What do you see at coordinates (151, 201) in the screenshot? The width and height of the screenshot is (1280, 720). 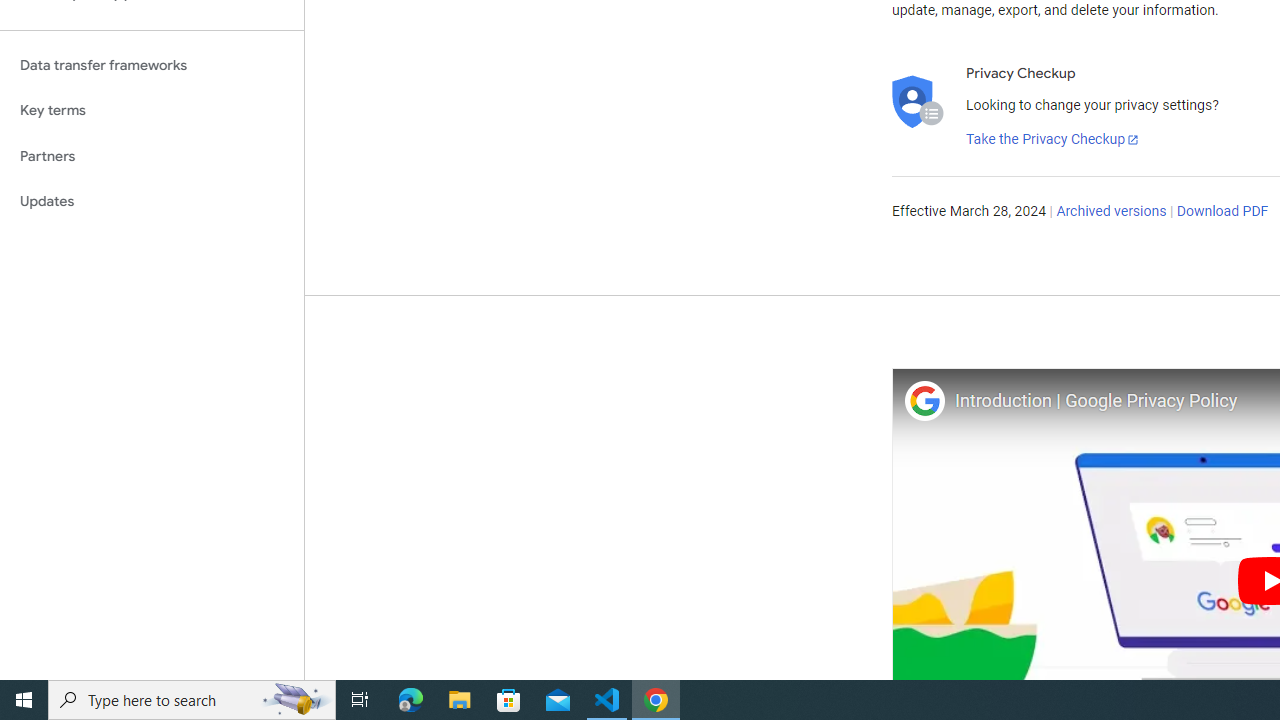 I see `'Updates'` at bounding box center [151, 201].